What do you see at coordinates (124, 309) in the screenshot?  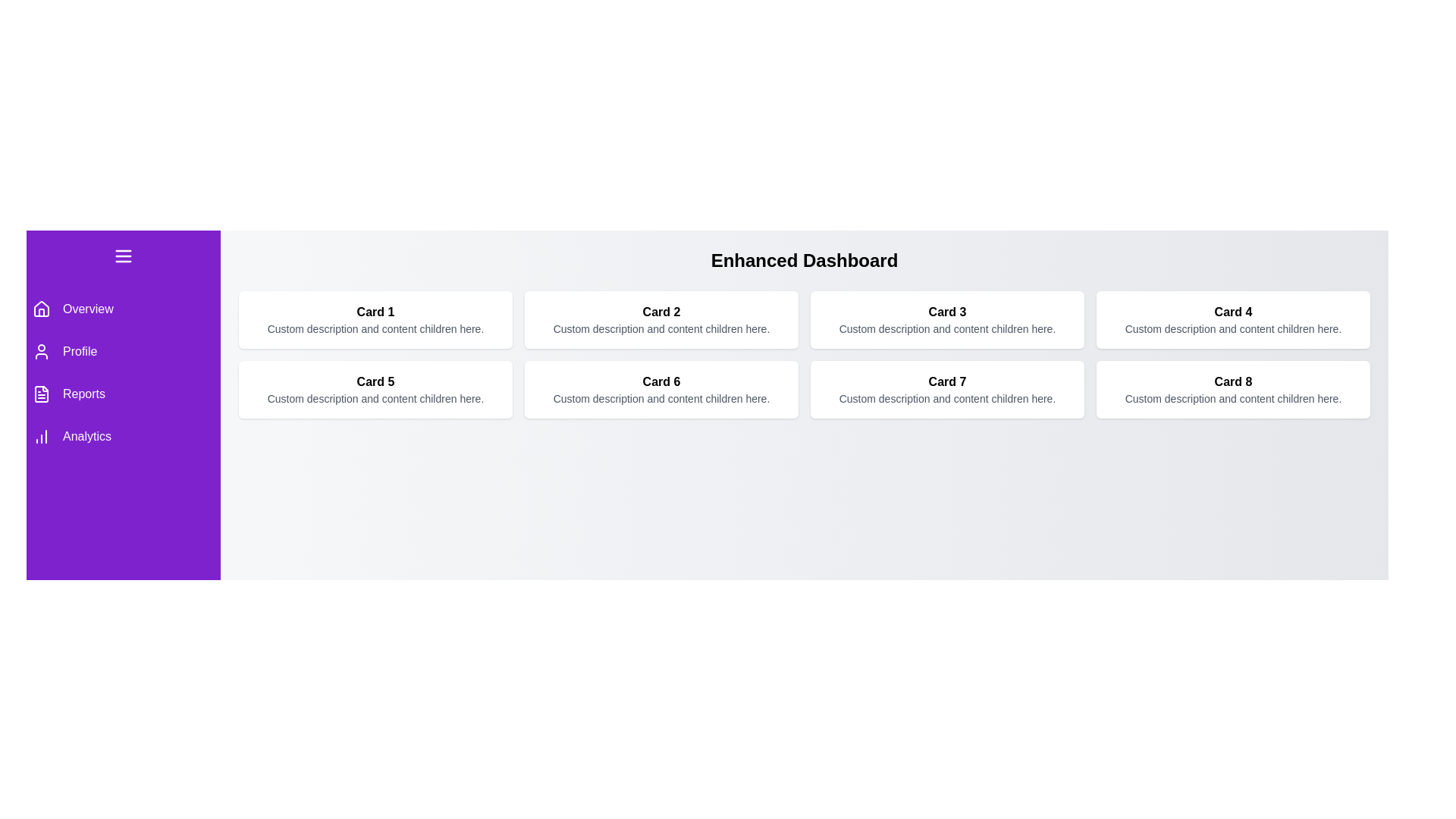 I see `the menu item Overview to navigate to the corresponding section` at bounding box center [124, 309].